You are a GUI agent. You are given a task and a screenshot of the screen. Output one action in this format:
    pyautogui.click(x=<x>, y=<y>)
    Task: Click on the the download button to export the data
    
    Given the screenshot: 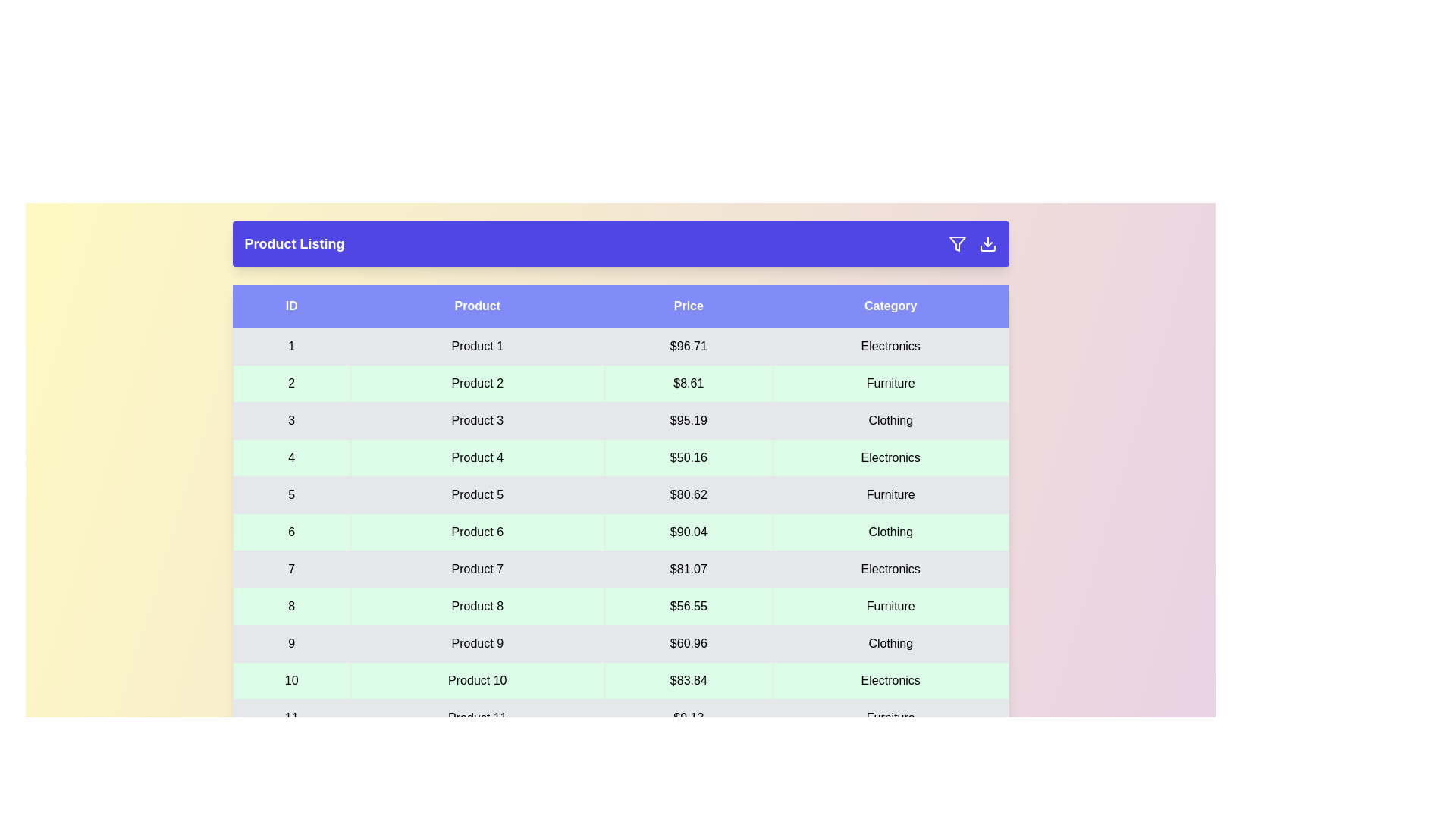 What is the action you would take?
    pyautogui.click(x=987, y=243)
    